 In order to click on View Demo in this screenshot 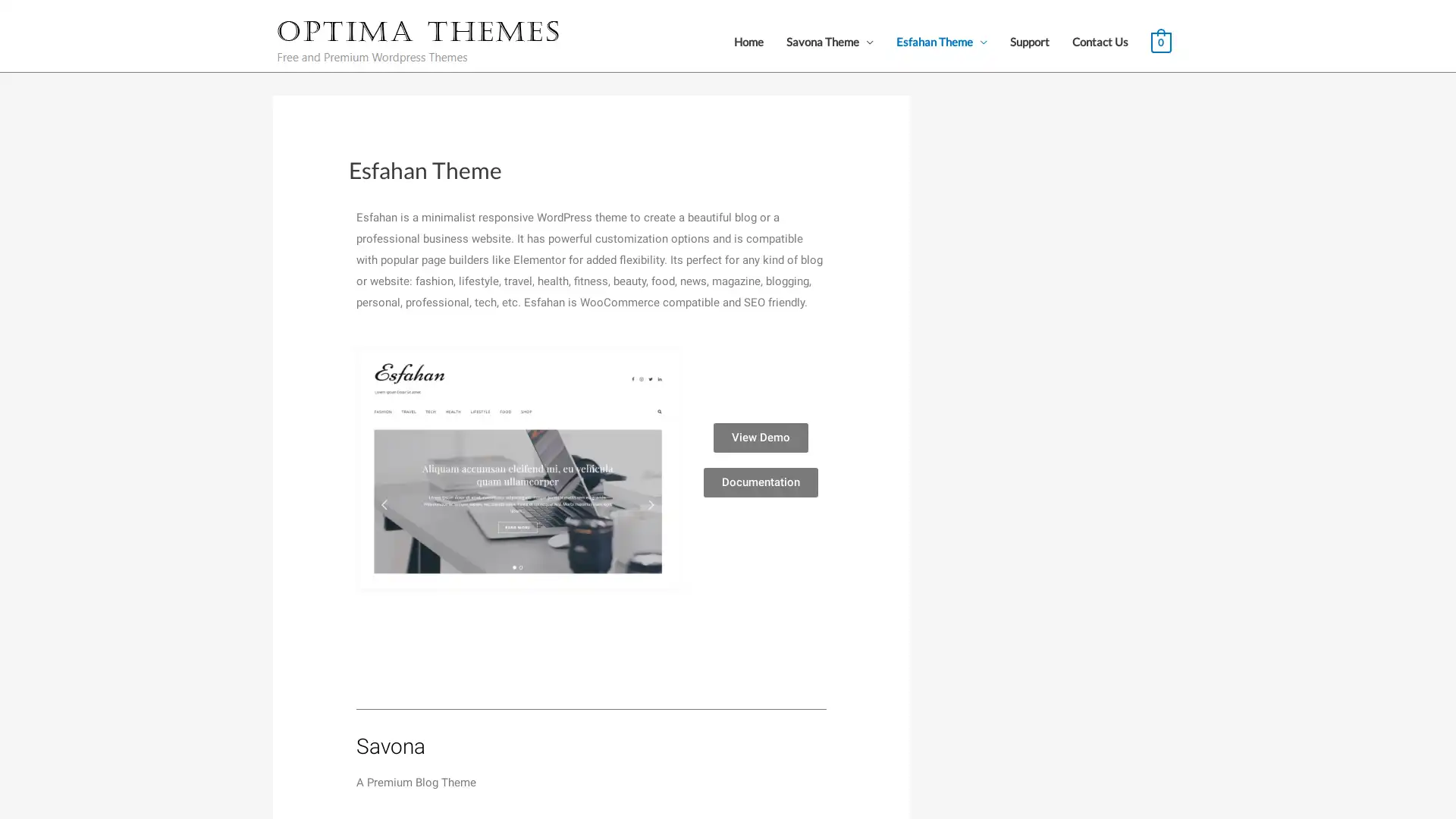, I will do `click(761, 441)`.